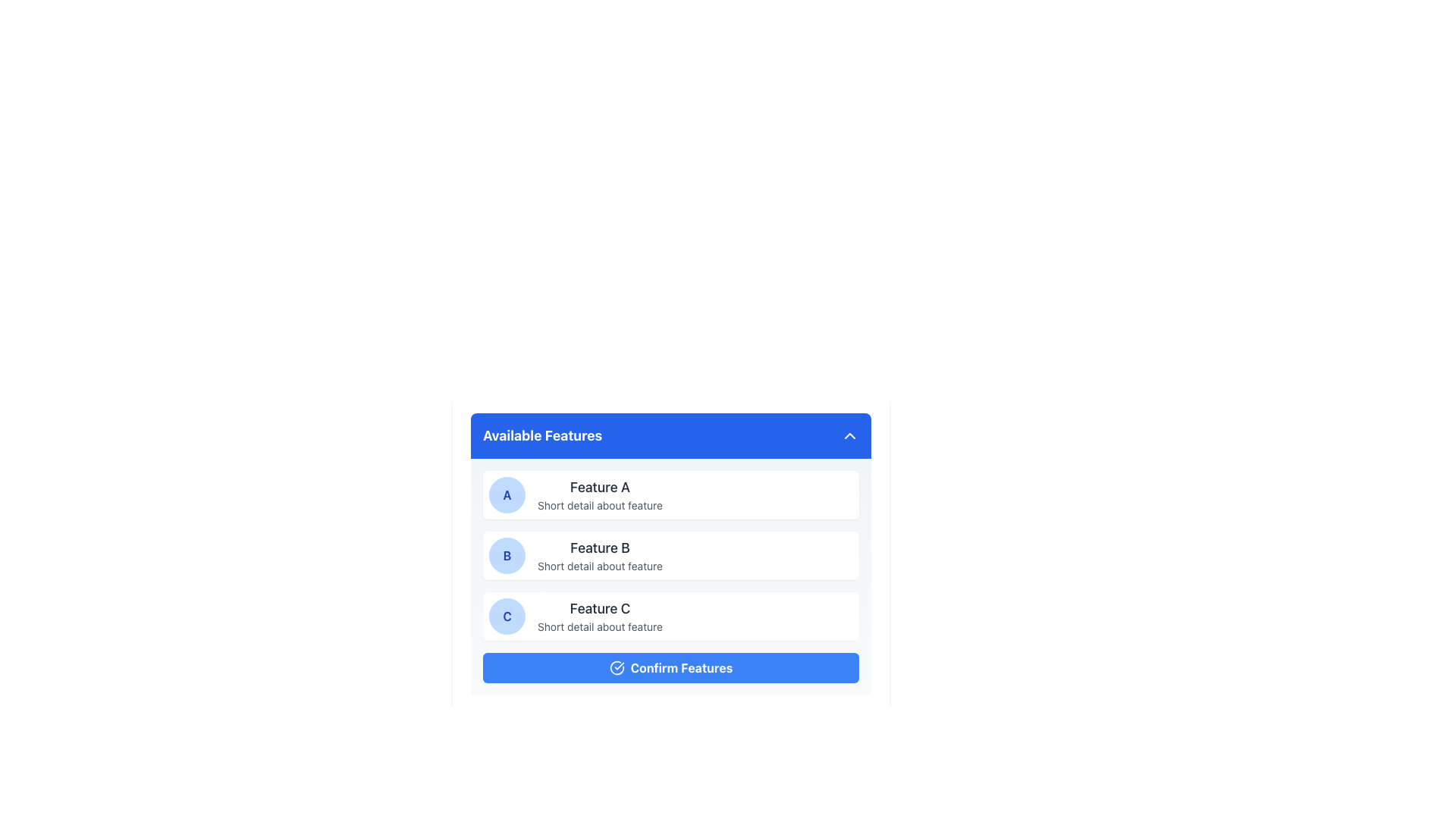 The width and height of the screenshot is (1456, 819). What do you see at coordinates (507, 555) in the screenshot?
I see `the circular badge or icon that visually distinguishes the list item labeled 'Feature B' in the 'Available Features' panel` at bounding box center [507, 555].